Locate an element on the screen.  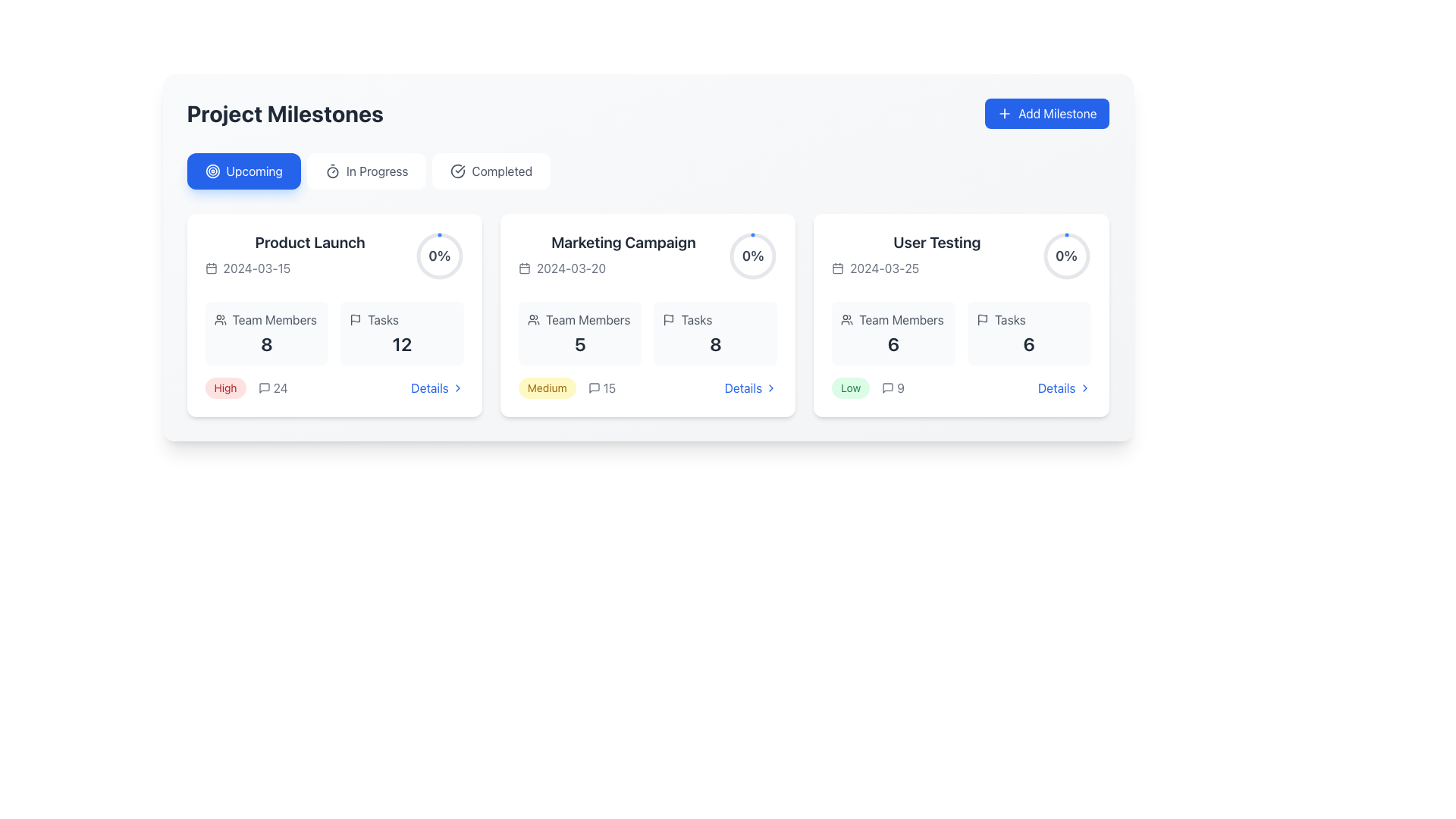
the circular graphical shape that is part of the 'checkmark inside a circle' design in the top right corner of the 'Completed' section tab for visual feedback is located at coordinates (457, 171).